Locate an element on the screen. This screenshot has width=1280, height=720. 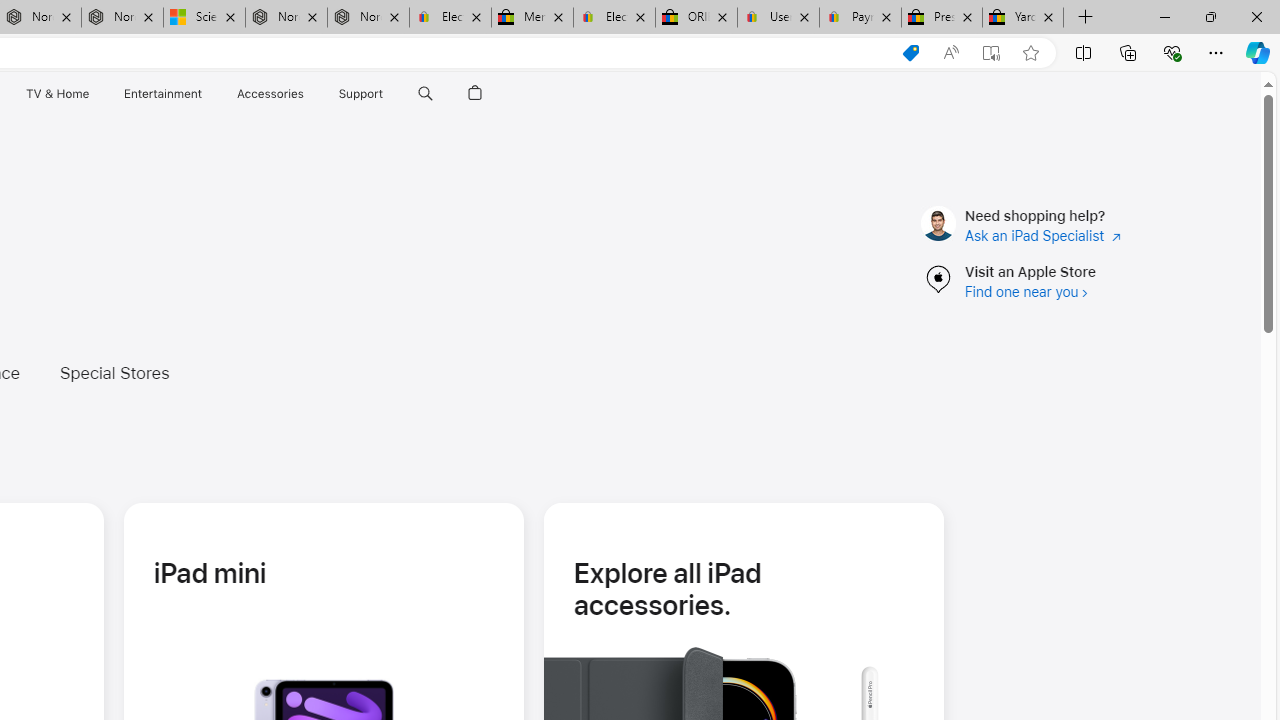
'Search apple.com' is located at coordinates (424, 93).